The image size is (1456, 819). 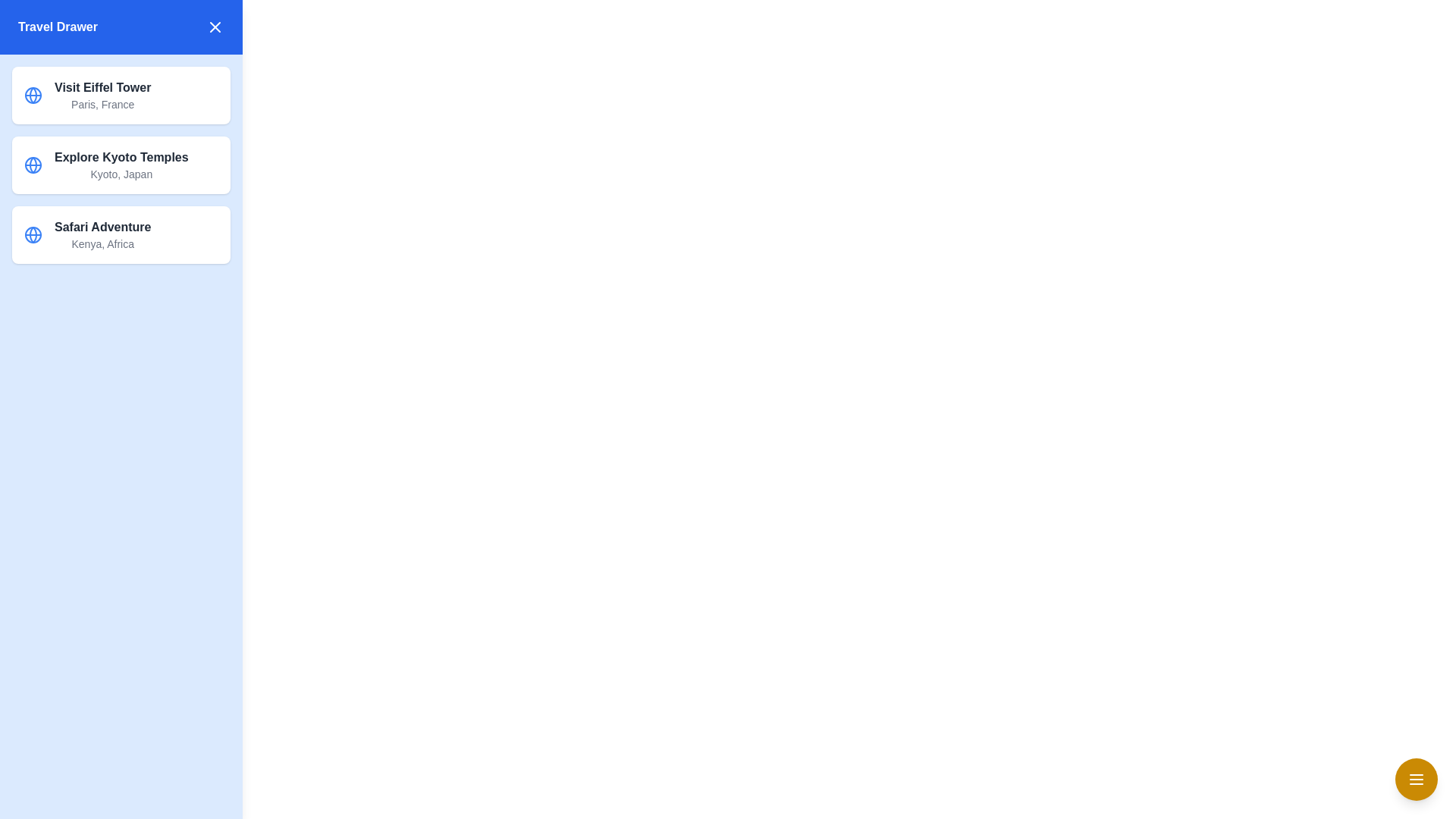 I want to click on the circular menu button located at the bottom-right corner of the interface, which has a yellow background and shadowed styling, so click(x=1415, y=780).